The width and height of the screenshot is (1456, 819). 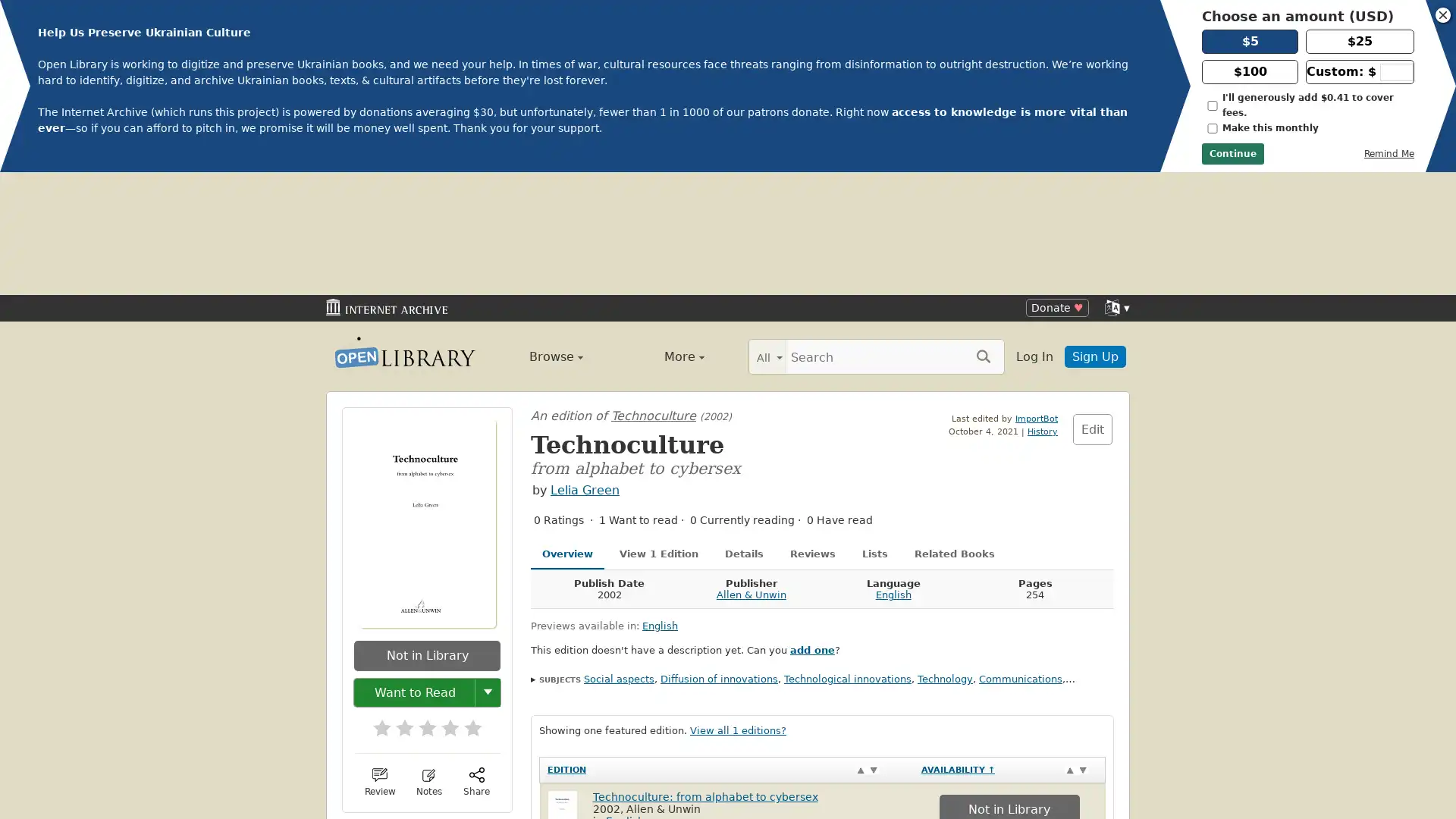 I want to click on 3, so click(x=419, y=599).